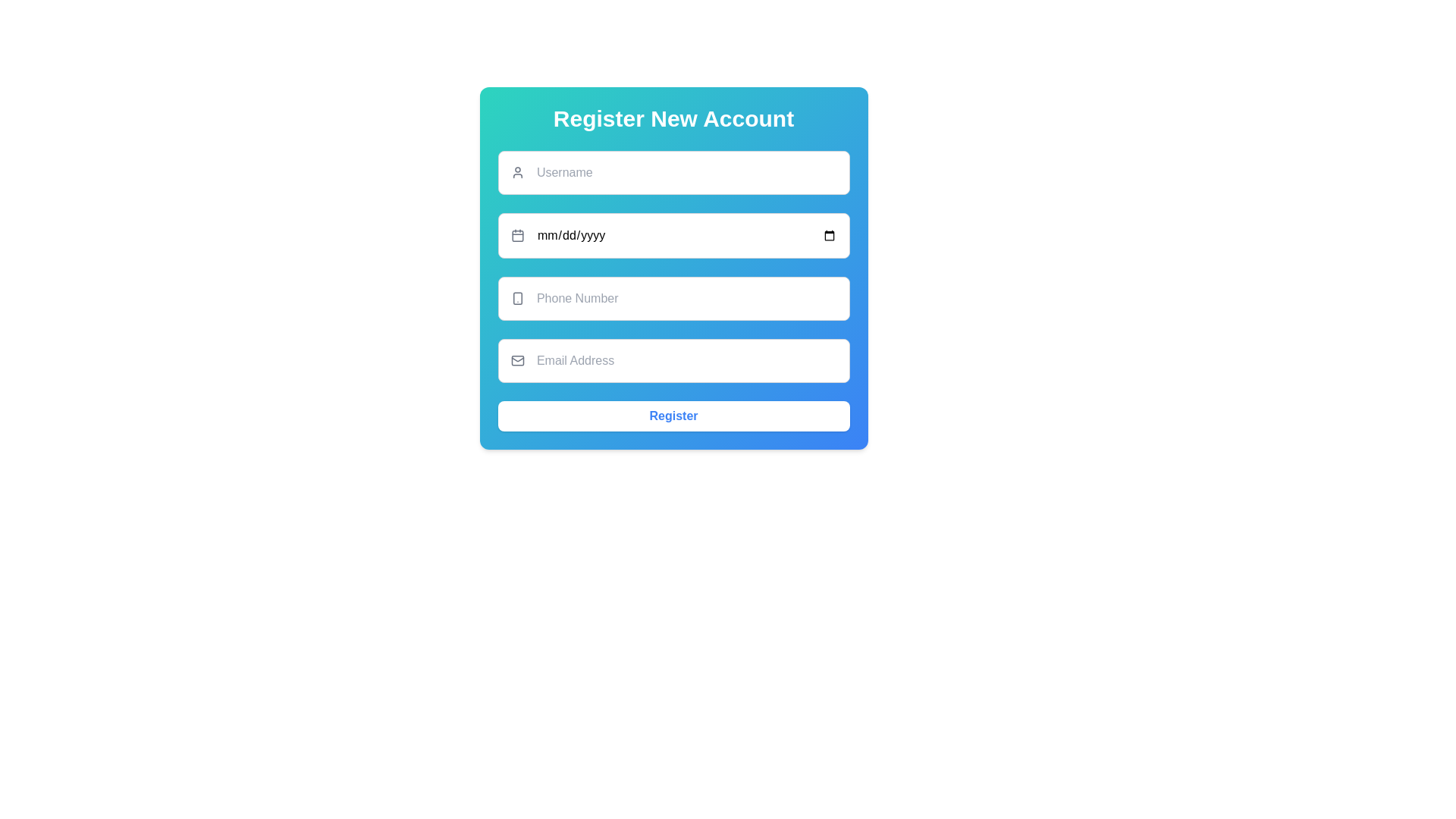 The width and height of the screenshot is (1456, 819). Describe the element at coordinates (517, 236) in the screenshot. I see `the date picker icon positioned to the left of the 'mm/dd/yyyy' text field in the second input group of the registration form` at that location.